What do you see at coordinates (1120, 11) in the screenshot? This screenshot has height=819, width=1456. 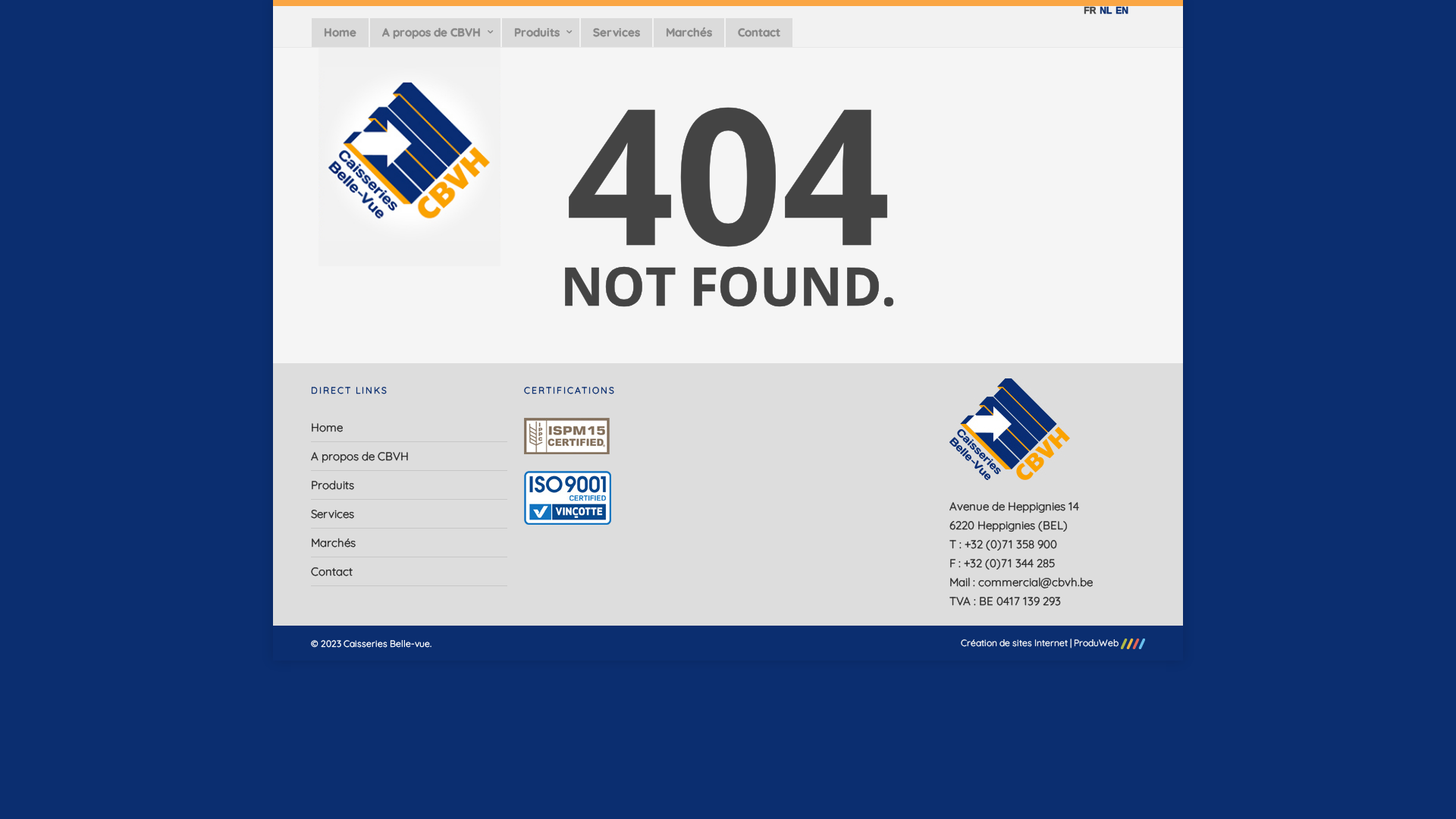 I see `'EN'` at bounding box center [1120, 11].